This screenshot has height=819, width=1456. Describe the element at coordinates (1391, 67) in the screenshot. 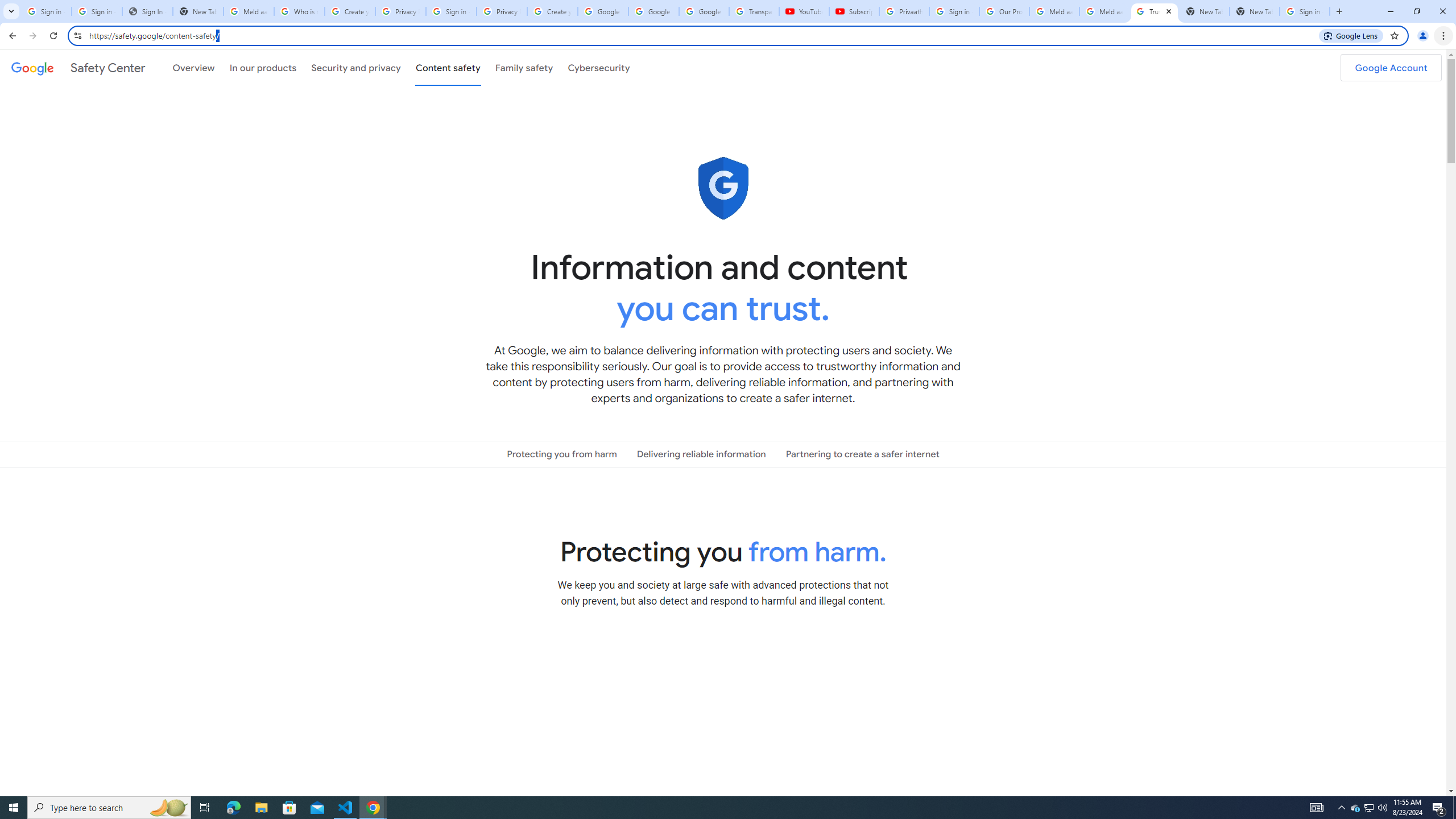

I see `'Google Account'` at that location.